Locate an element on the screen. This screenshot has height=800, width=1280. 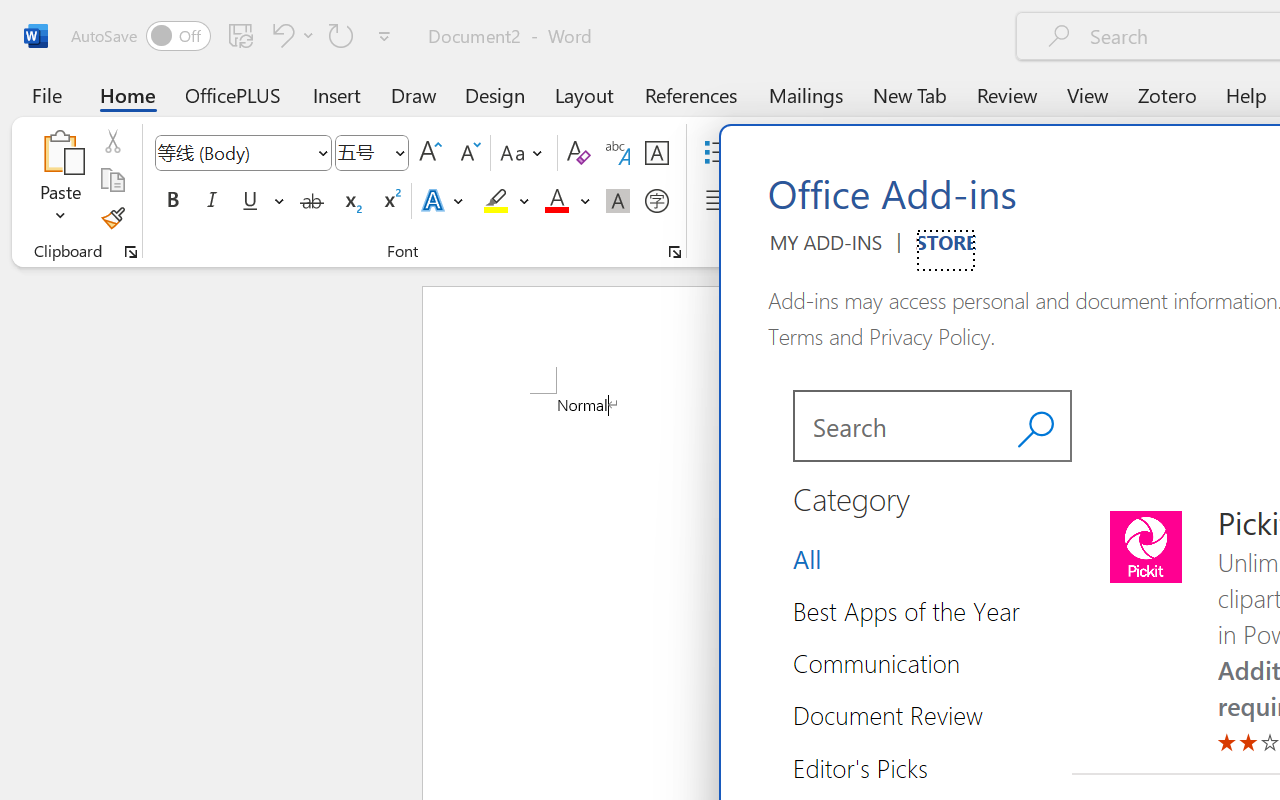
'View' is located at coordinates (1087, 94).